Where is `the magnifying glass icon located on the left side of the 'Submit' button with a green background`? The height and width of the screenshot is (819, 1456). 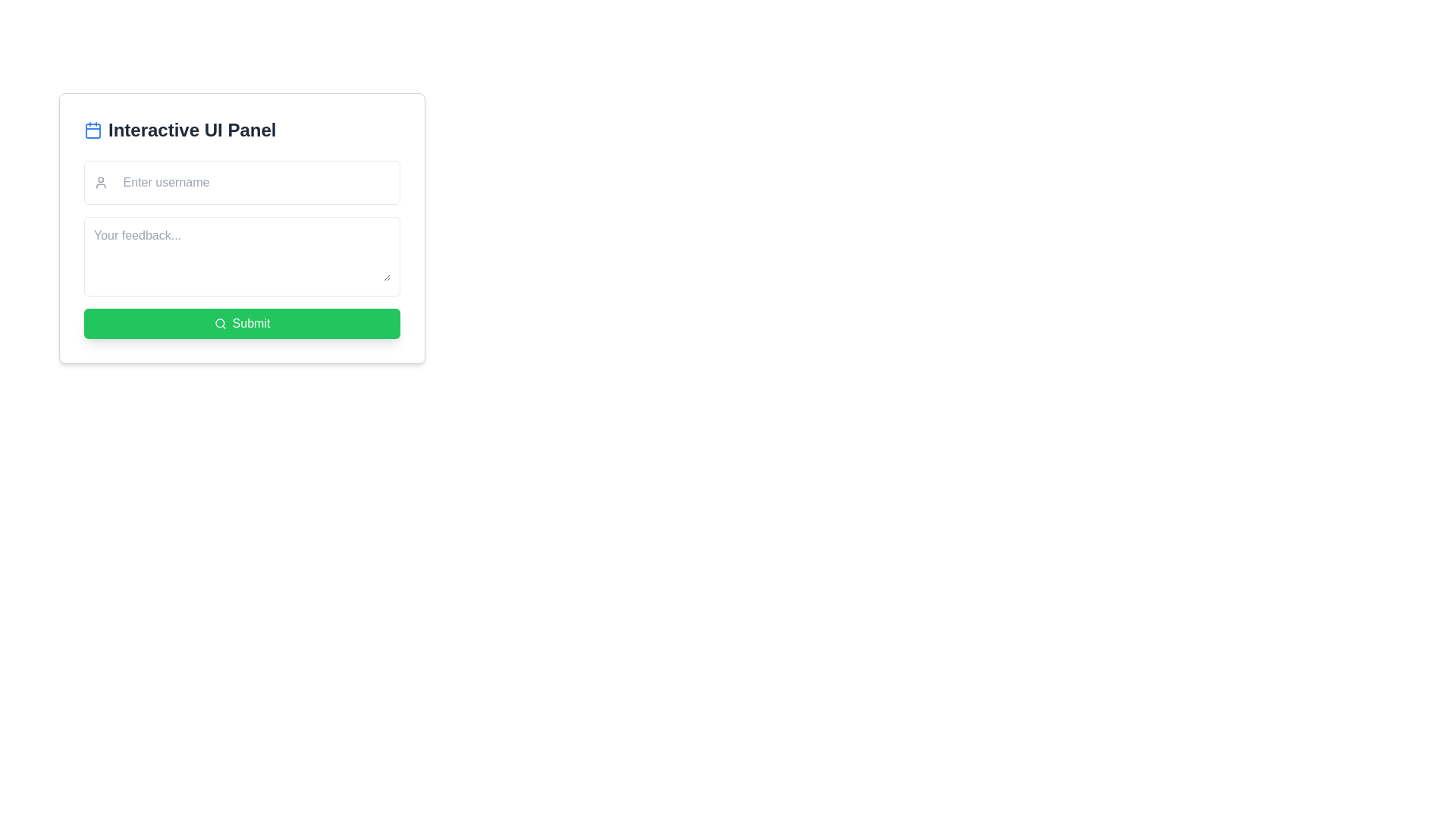 the magnifying glass icon located on the left side of the 'Submit' button with a green background is located at coordinates (219, 323).